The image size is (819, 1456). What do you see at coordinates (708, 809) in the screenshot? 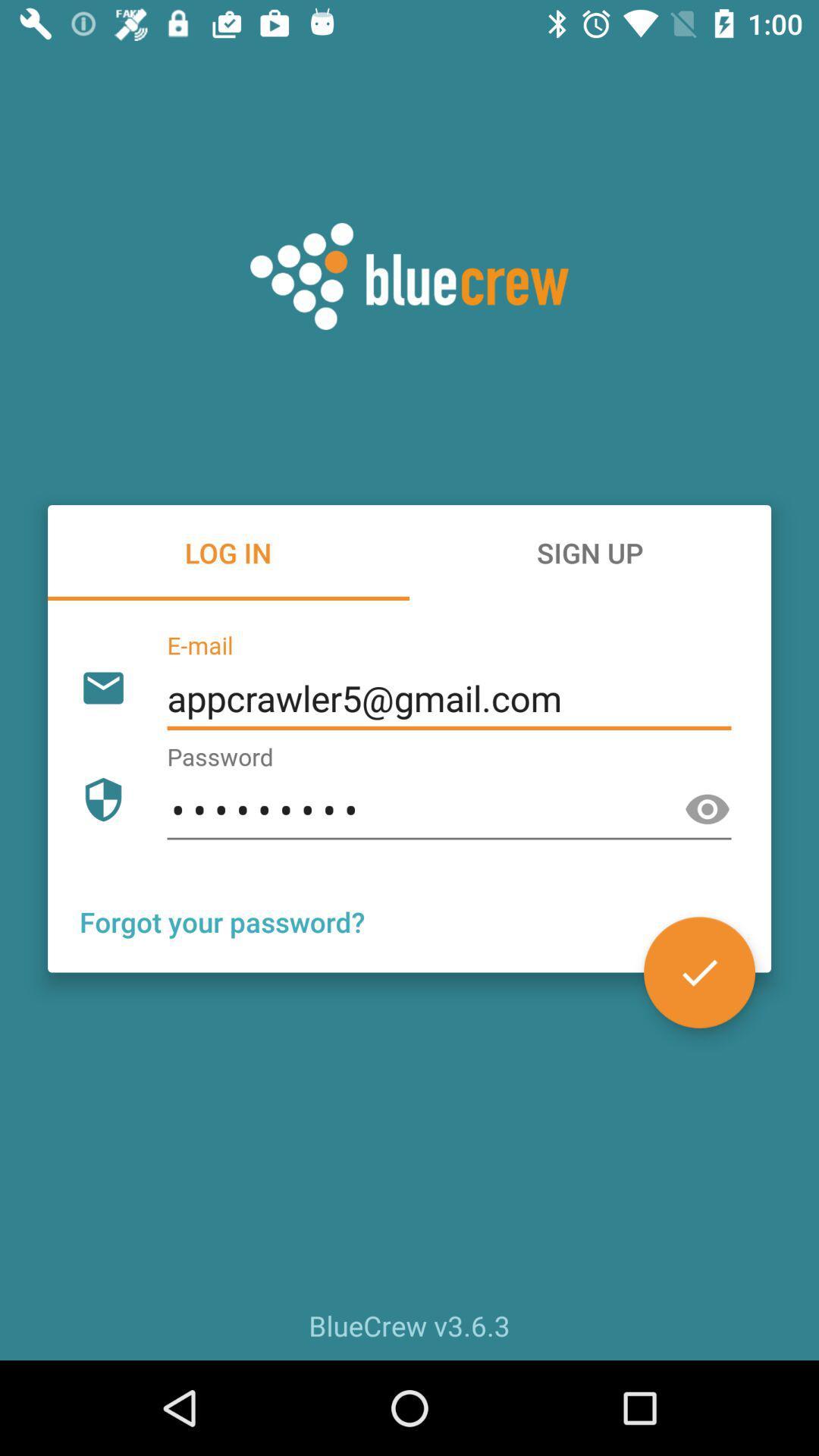
I see `see password botton` at bounding box center [708, 809].